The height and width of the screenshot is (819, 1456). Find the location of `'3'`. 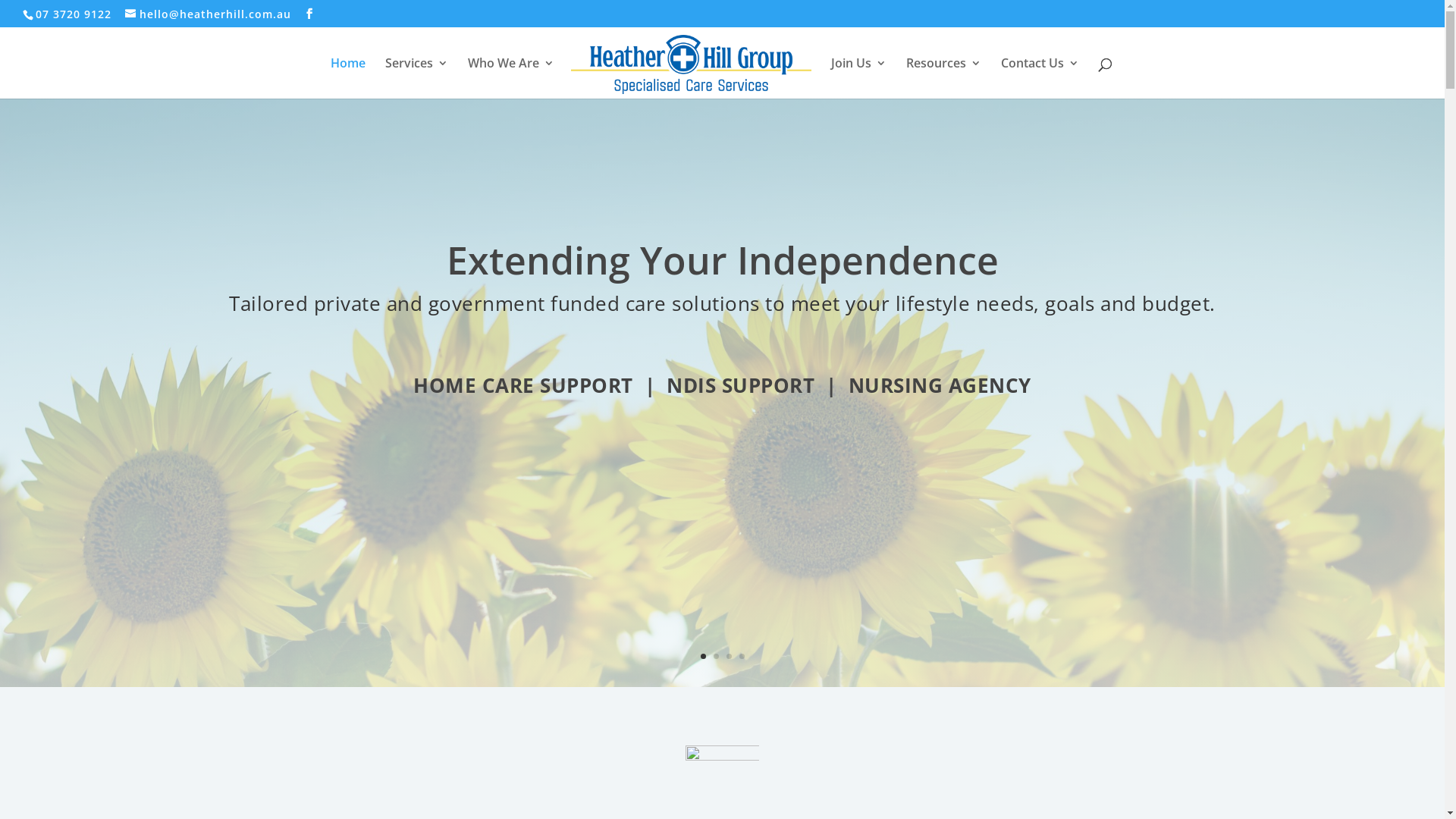

'3' is located at coordinates (729, 655).